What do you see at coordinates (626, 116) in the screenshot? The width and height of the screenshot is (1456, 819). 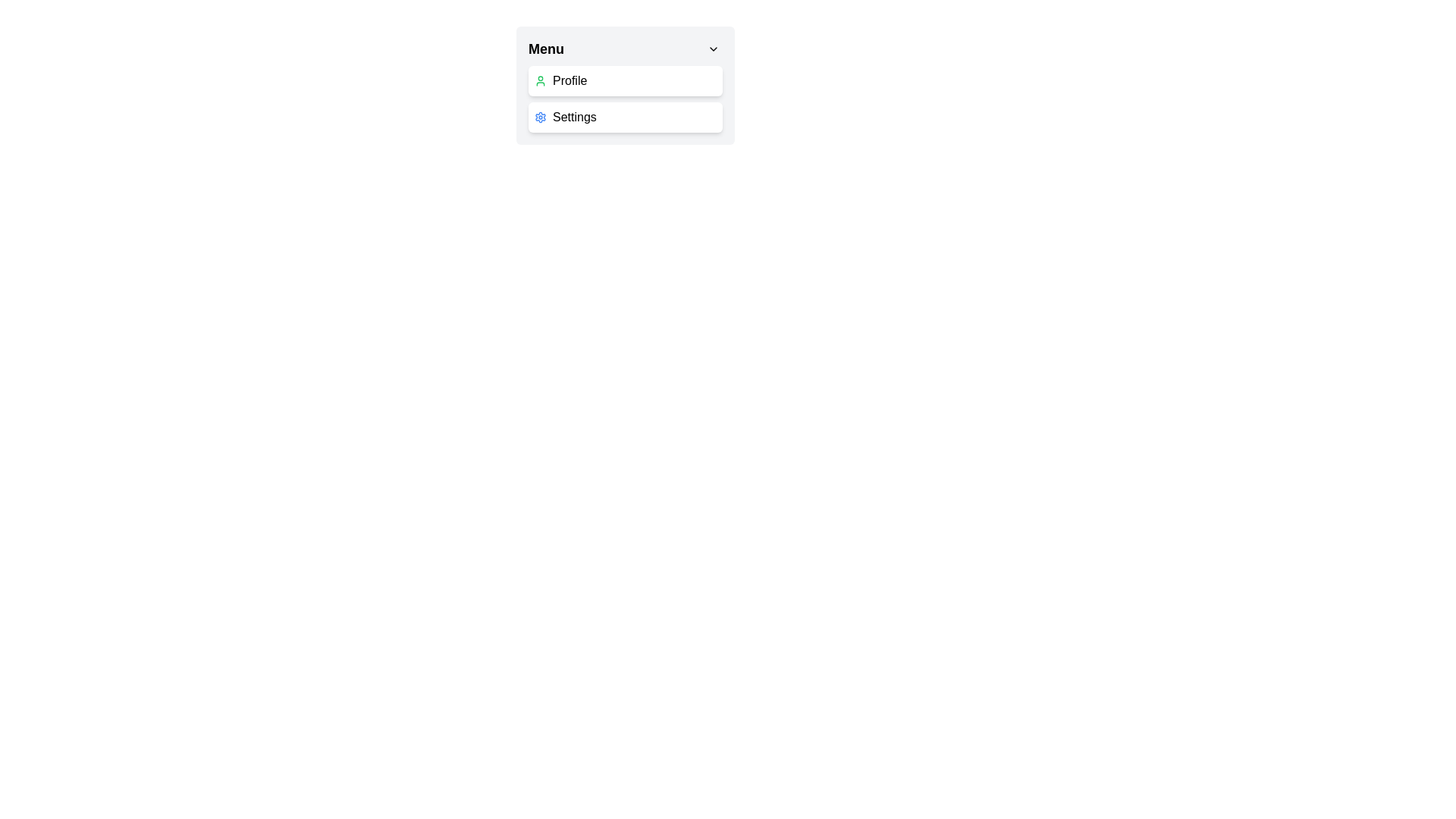 I see `the 'Settings' button located centrally beneath the 'Profile' button` at bounding box center [626, 116].